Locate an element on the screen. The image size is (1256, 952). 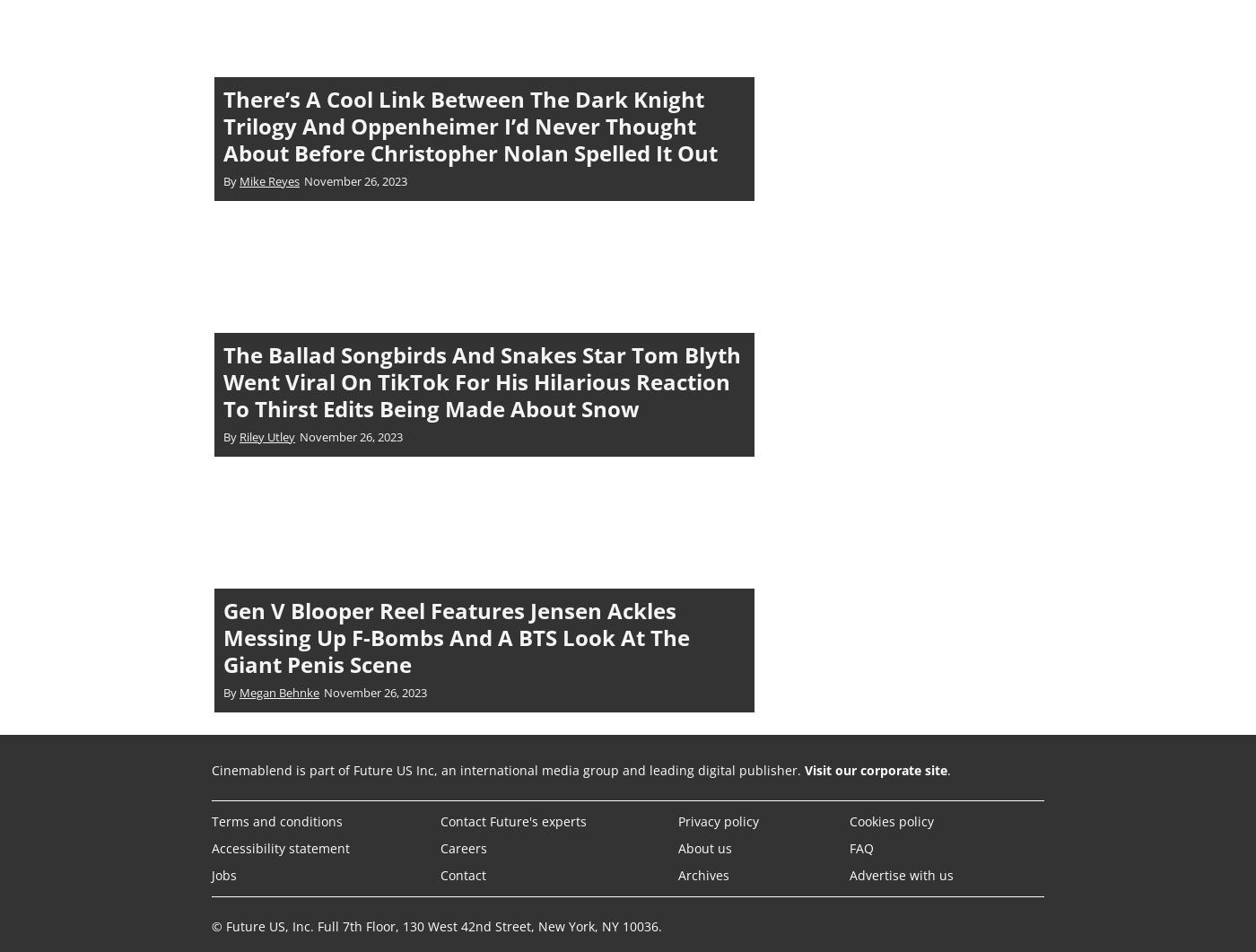
'Privacy policy' is located at coordinates (717, 819).